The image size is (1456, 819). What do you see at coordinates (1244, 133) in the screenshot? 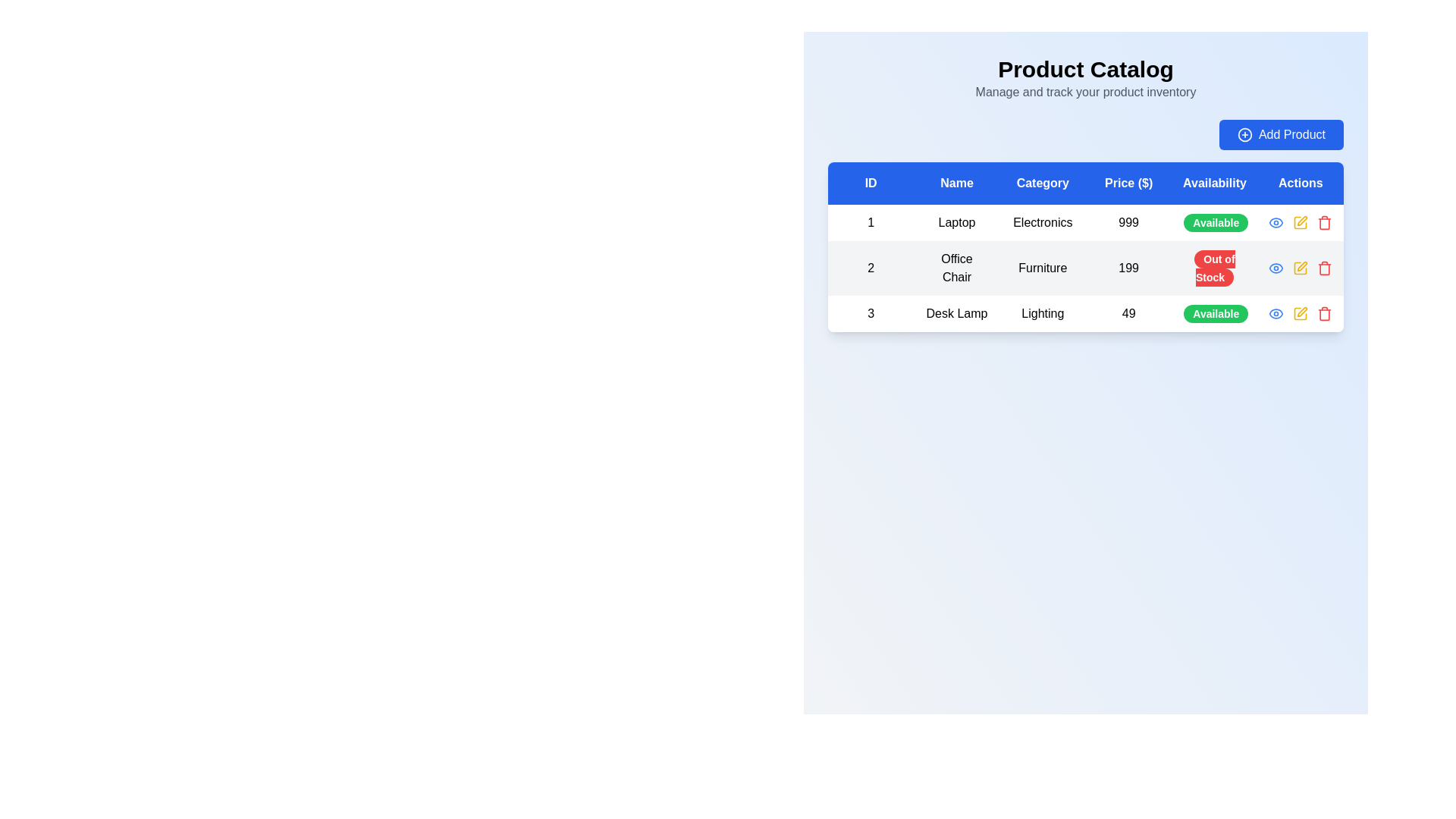
I see `the circular icon with a blue background and white stroke, which contains a plus symbol` at bounding box center [1244, 133].